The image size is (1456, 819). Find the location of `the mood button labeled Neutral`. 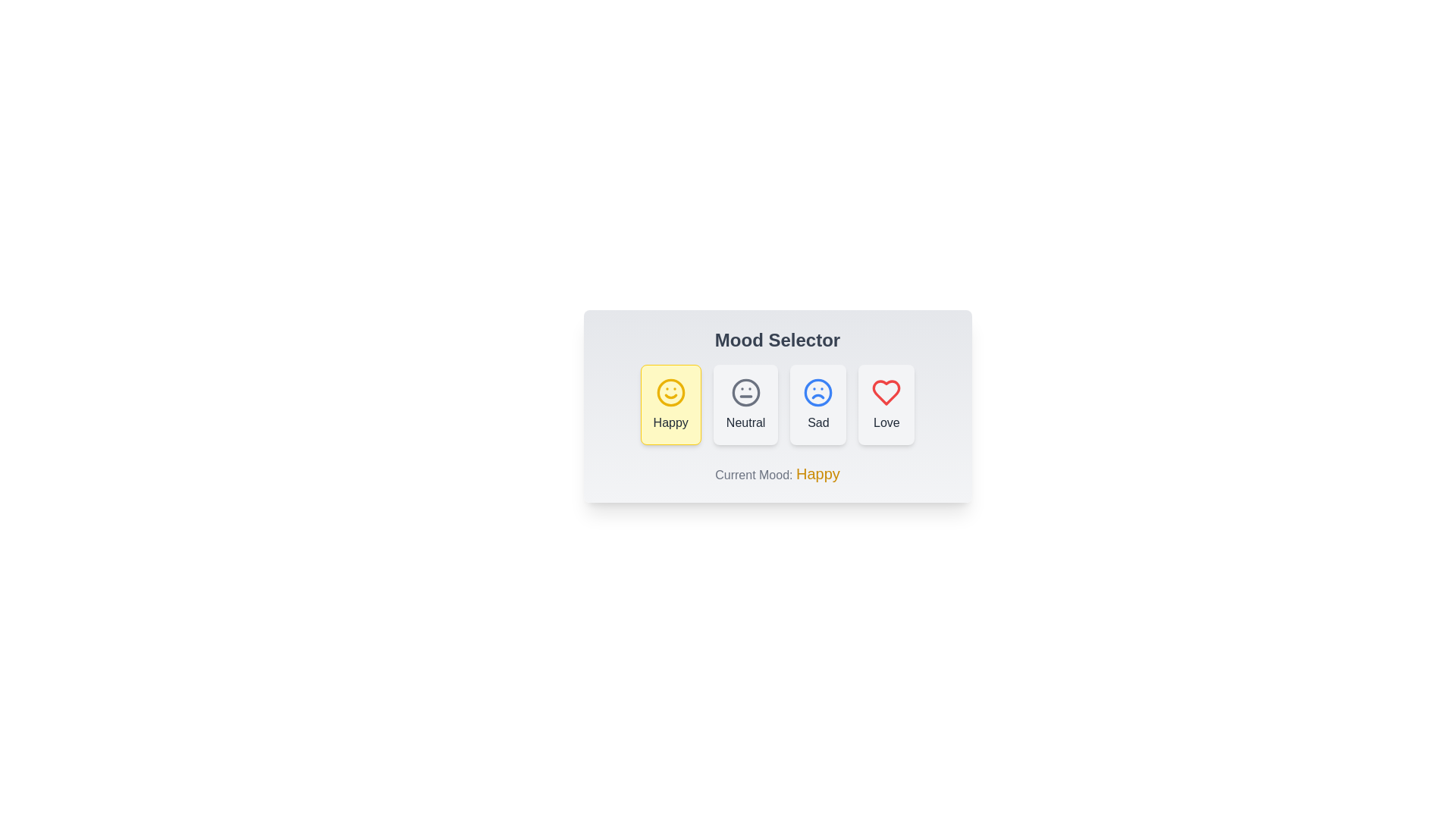

the mood button labeled Neutral is located at coordinates (745, 403).